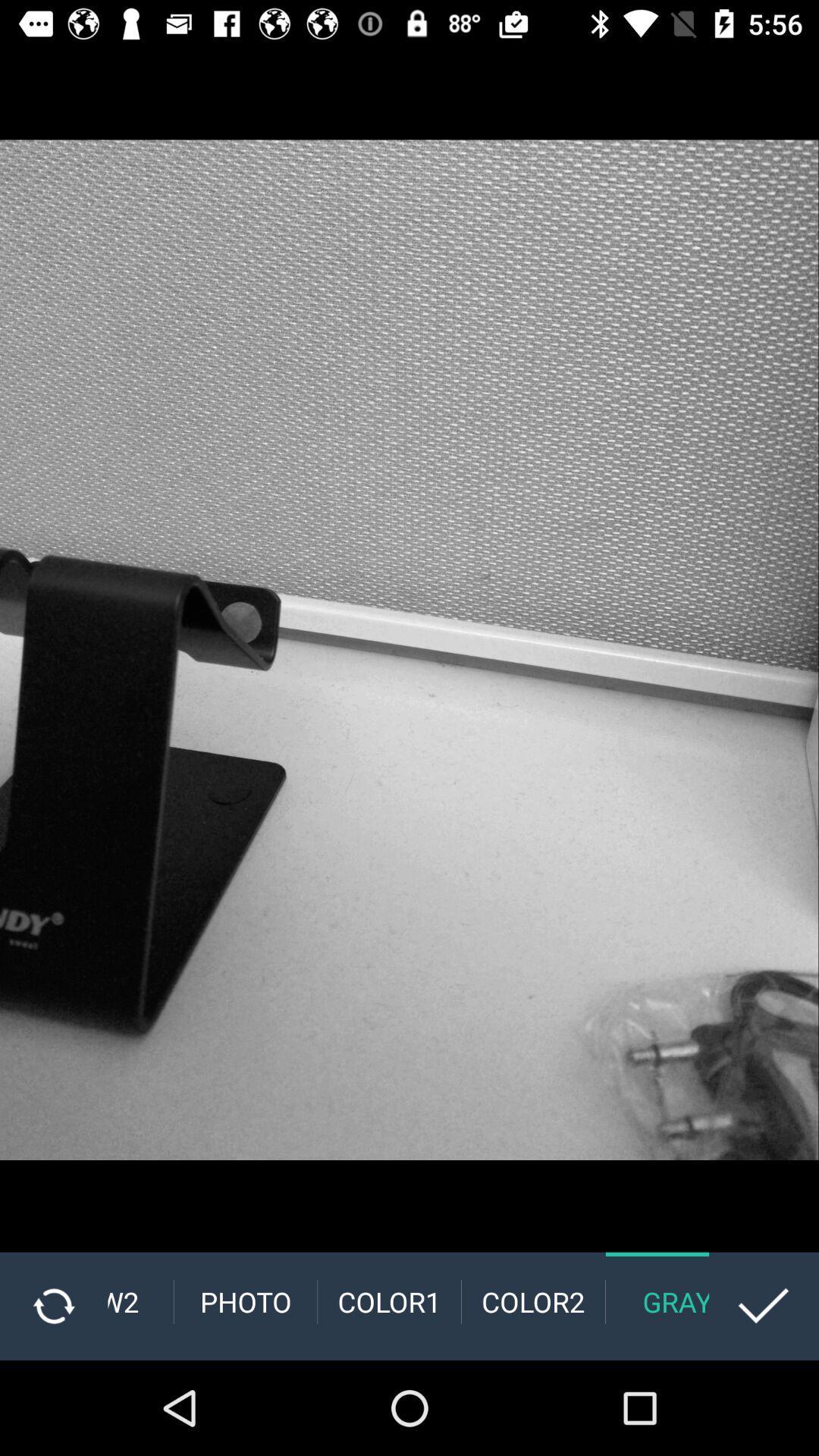 Image resolution: width=819 pixels, height=1456 pixels. Describe the element at coordinates (53, 1305) in the screenshot. I see `the refresh icon` at that location.